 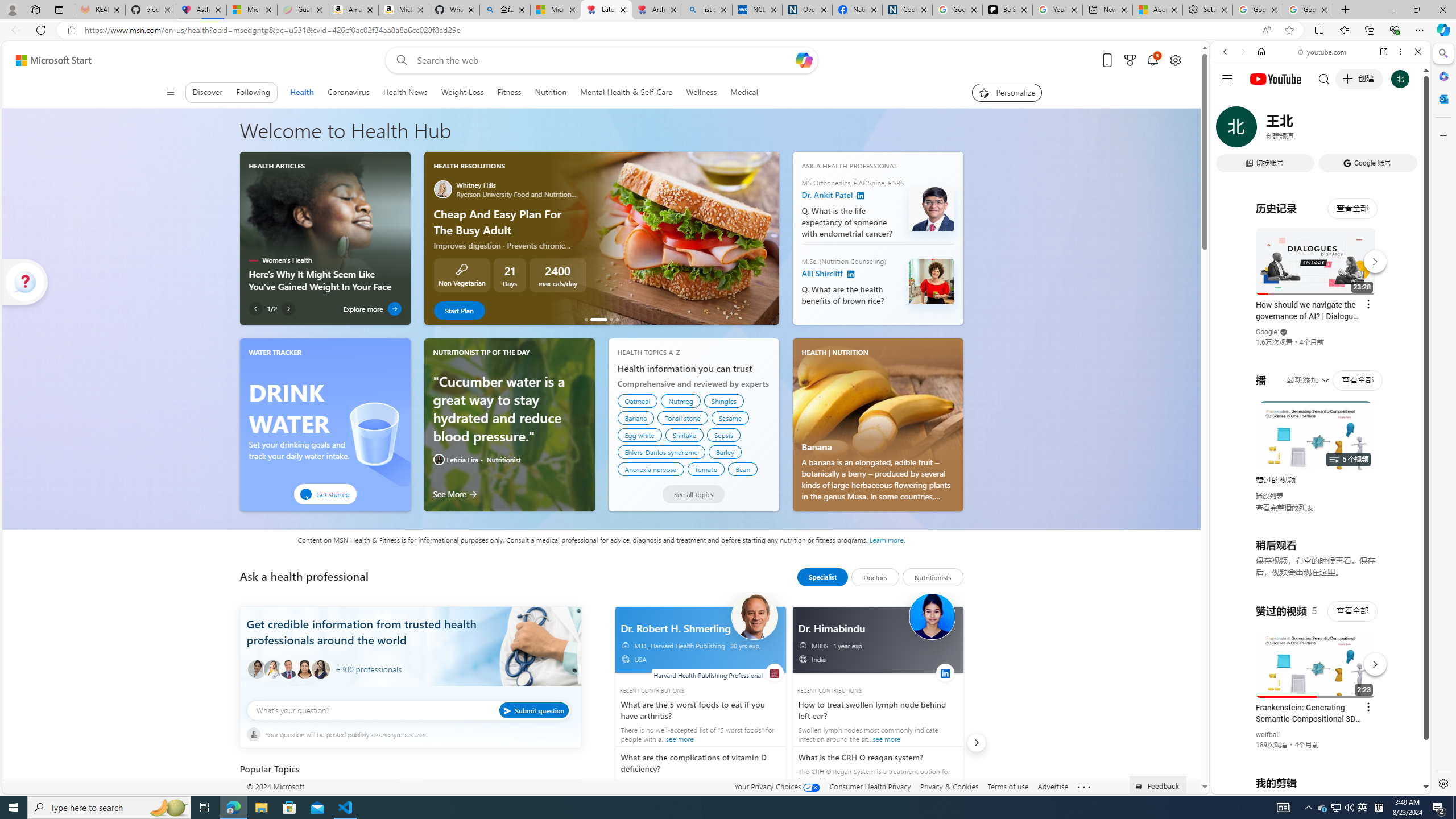 What do you see at coordinates (373, 308) in the screenshot?
I see `'Explore more'` at bounding box center [373, 308].